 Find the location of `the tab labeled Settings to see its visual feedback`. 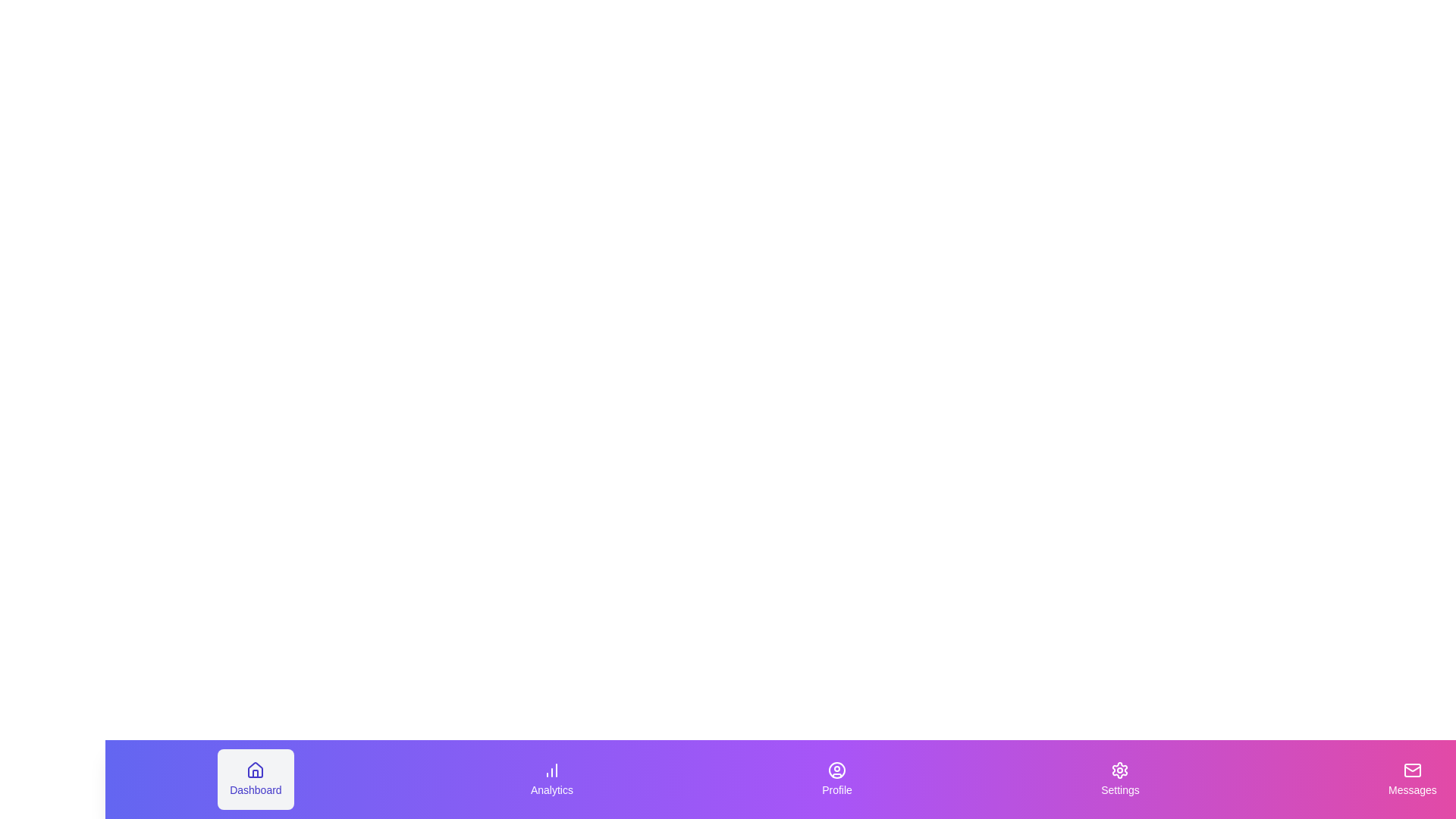

the tab labeled Settings to see its visual feedback is located at coordinates (1120, 780).